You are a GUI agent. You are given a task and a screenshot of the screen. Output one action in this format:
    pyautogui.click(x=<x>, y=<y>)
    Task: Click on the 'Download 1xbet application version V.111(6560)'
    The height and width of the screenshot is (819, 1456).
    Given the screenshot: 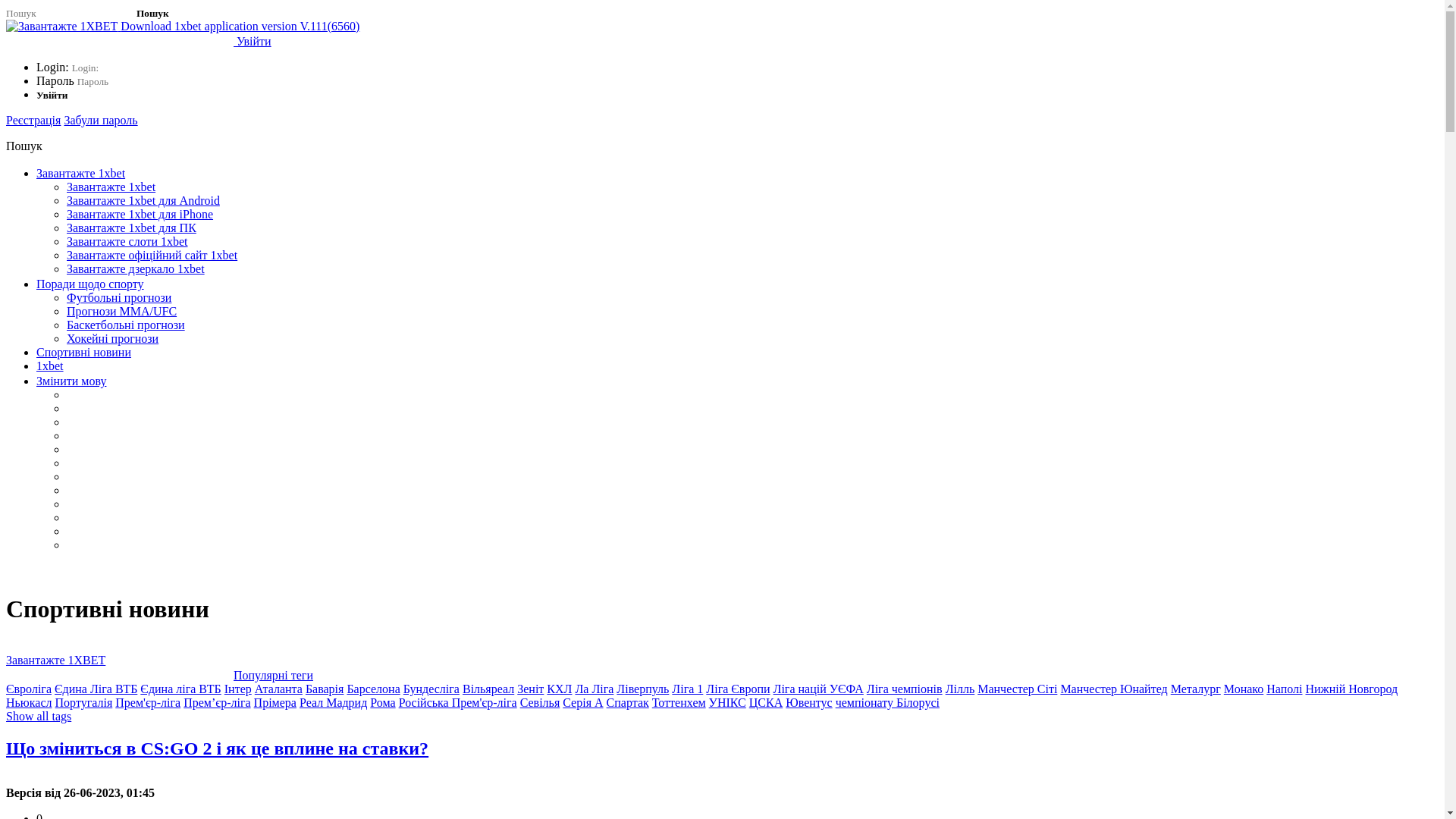 What is the action you would take?
    pyautogui.click(x=182, y=26)
    